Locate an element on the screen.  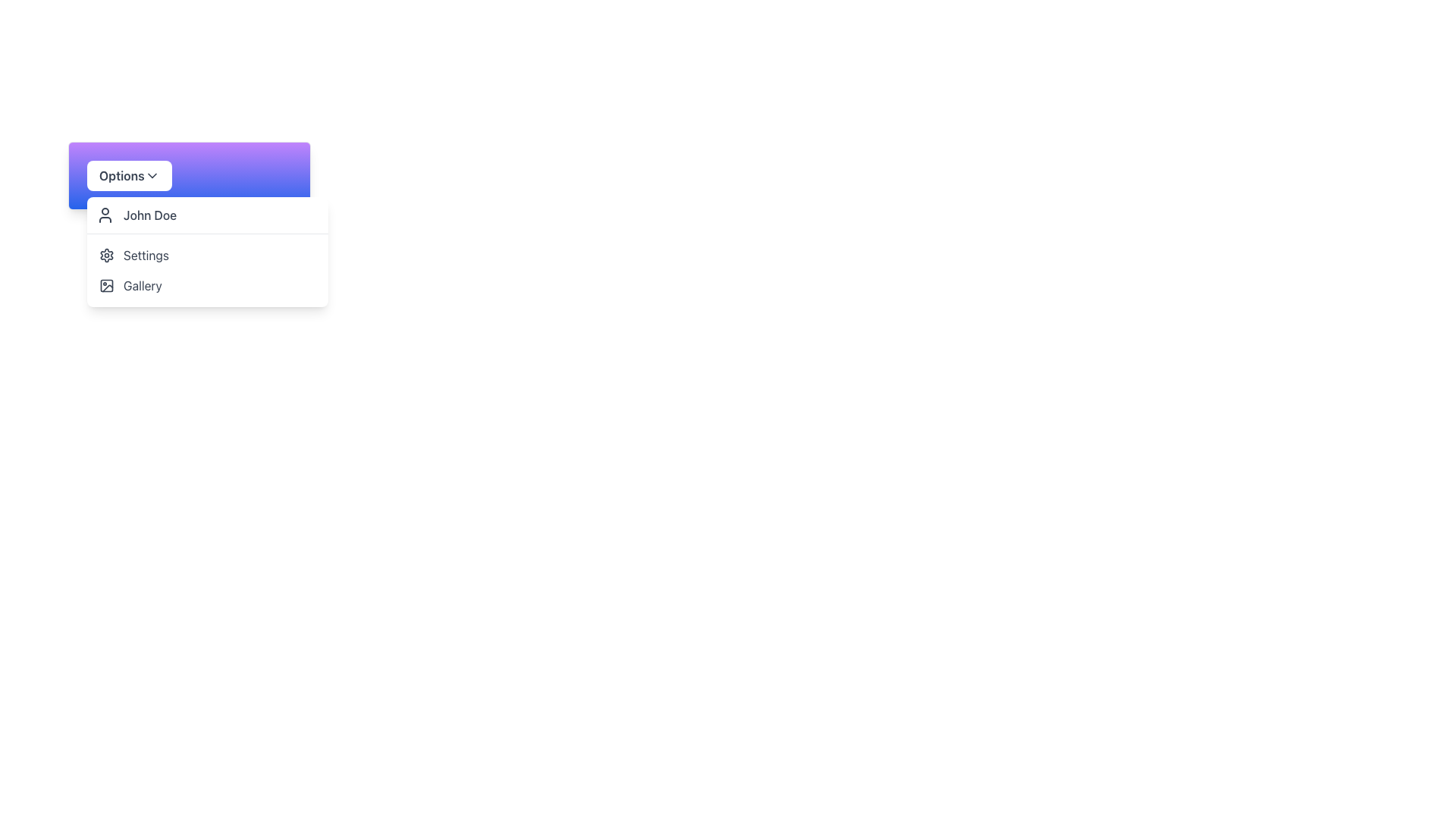
the uppermost component of the gallery icon, which is positioned next to the labeled menu option 'Gallery' in the dropdown menu is located at coordinates (105, 286).